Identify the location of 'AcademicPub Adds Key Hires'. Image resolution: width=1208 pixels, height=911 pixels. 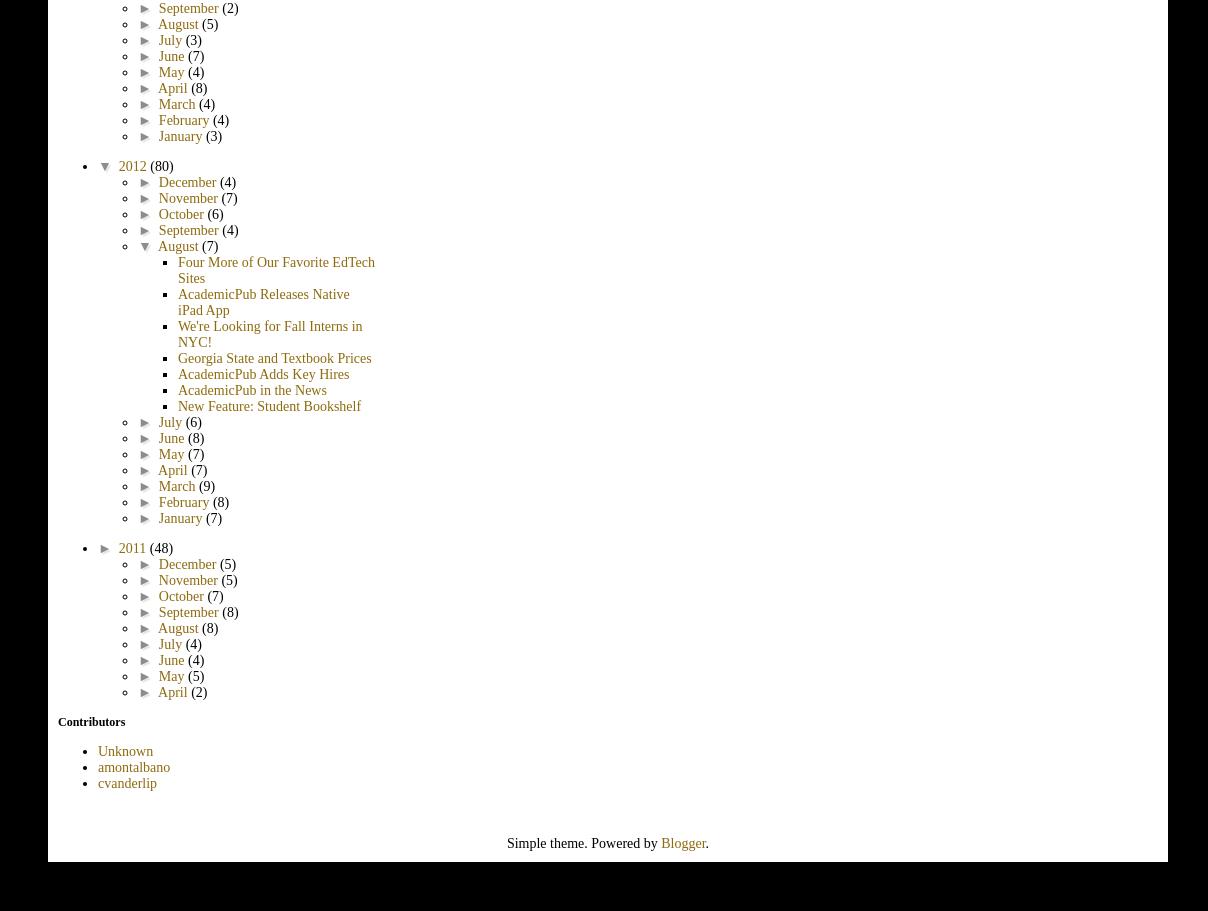
(263, 373).